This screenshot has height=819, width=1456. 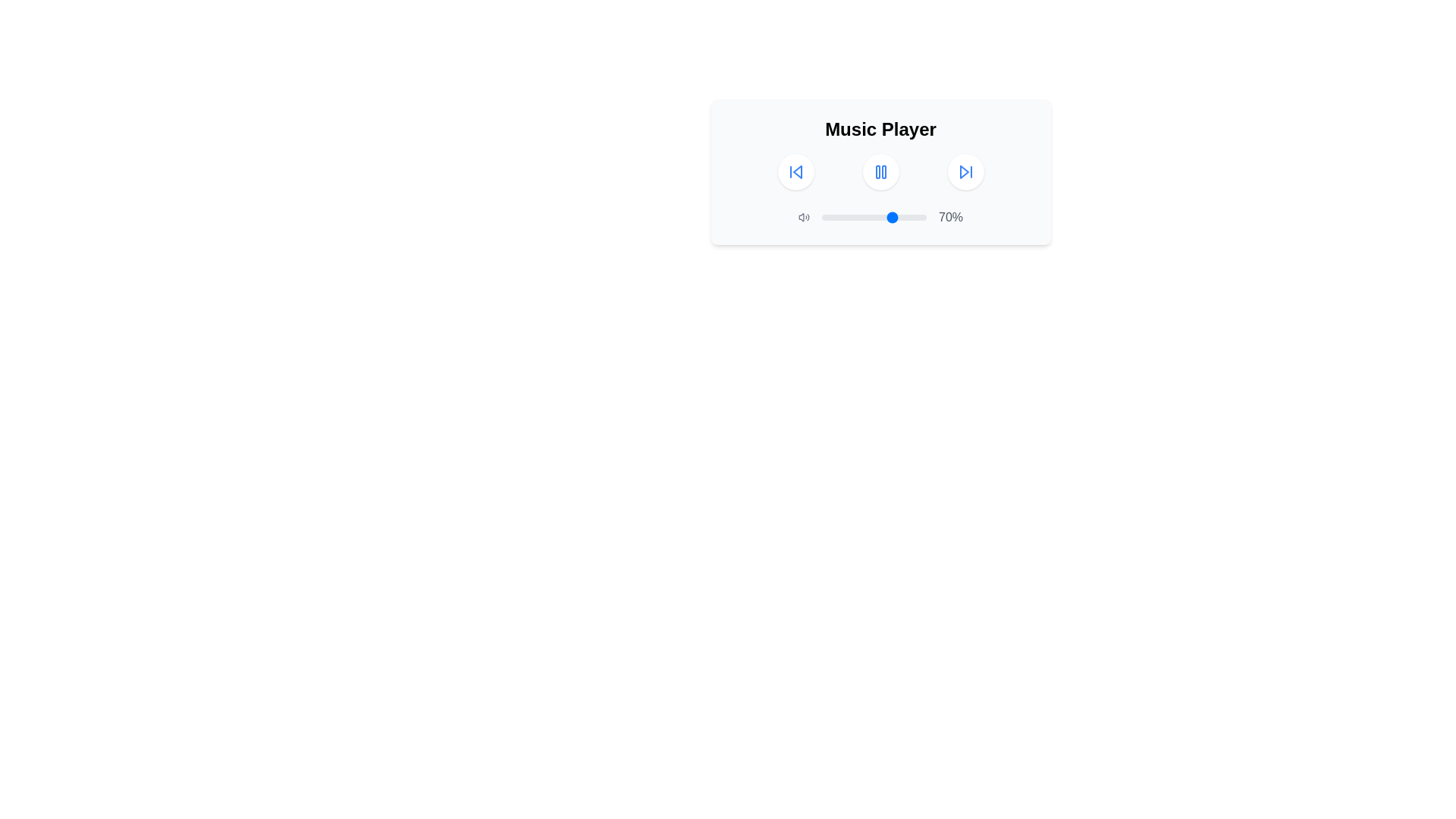 What do you see at coordinates (965, 171) in the screenshot?
I see `the 'Skip Forward' button, which is a circular button with a blue outline and a white background containing a triangular play symbol pointing right, located in the top-right corner of the music player interface` at bounding box center [965, 171].